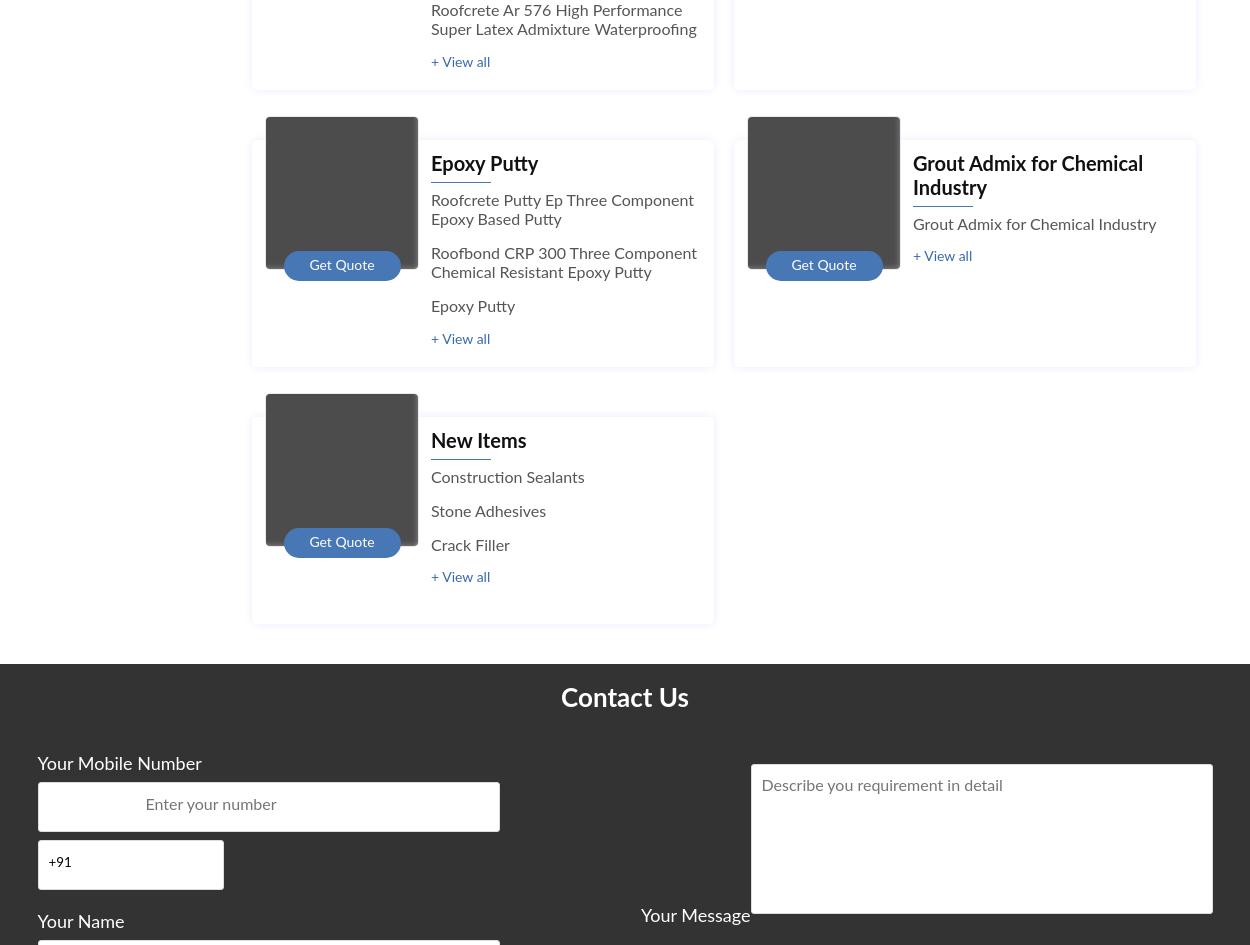  I want to click on 'Construction Sealants', so click(507, 476).